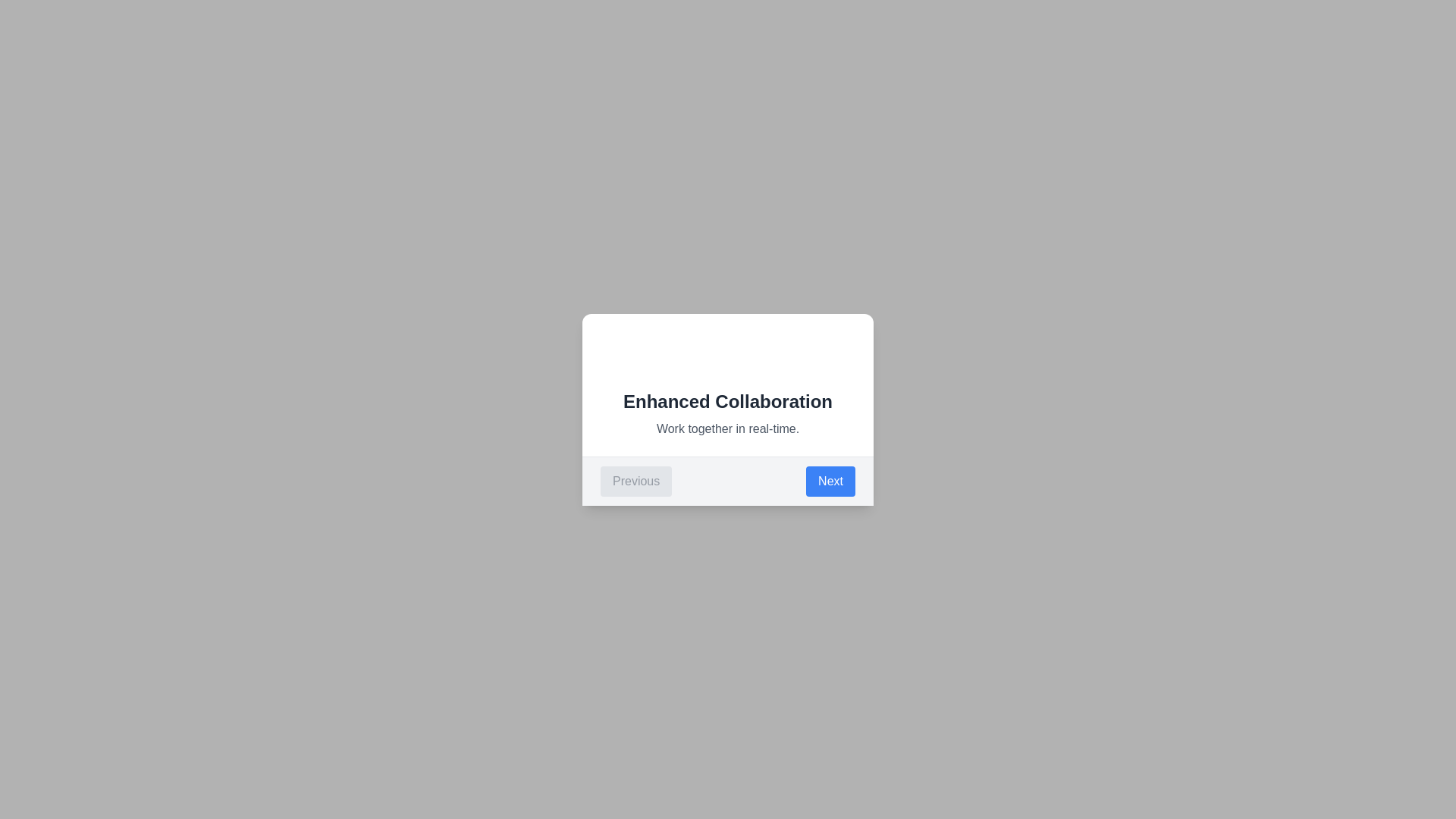 This screenshot has height=819, width=1456. What do you see at coordinates (636, 481) in the screenshot?
I see `the 'Previous' button, which is a rounded rectangular button with a light gray background and gray text, located at the bottom left of the dialog box` at bounding box center [636, 481].